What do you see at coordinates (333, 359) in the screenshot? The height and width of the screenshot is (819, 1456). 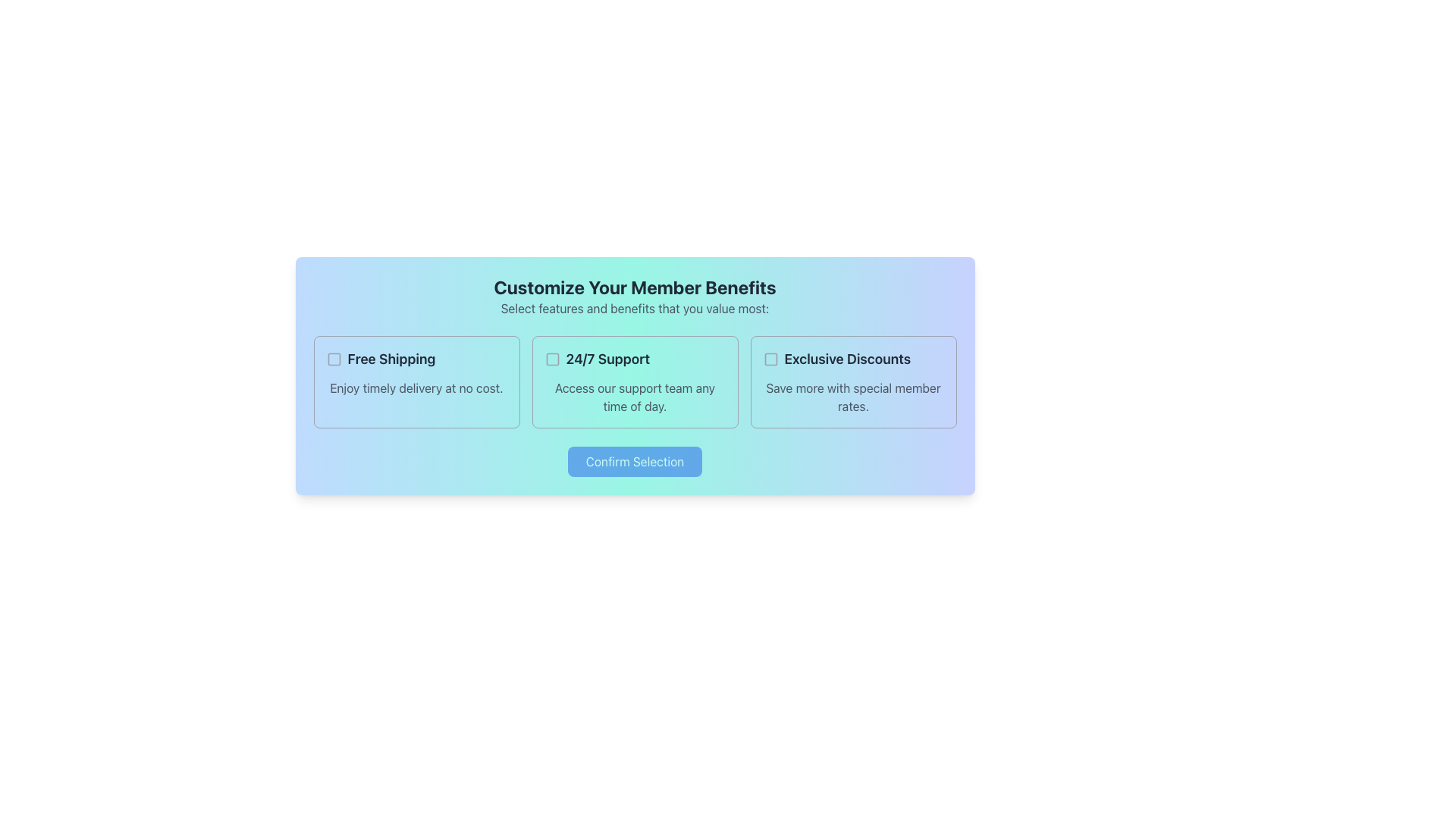 I see `the unselected checkbox for the 'Free Shipping' option` at bounding box center [333, 359].